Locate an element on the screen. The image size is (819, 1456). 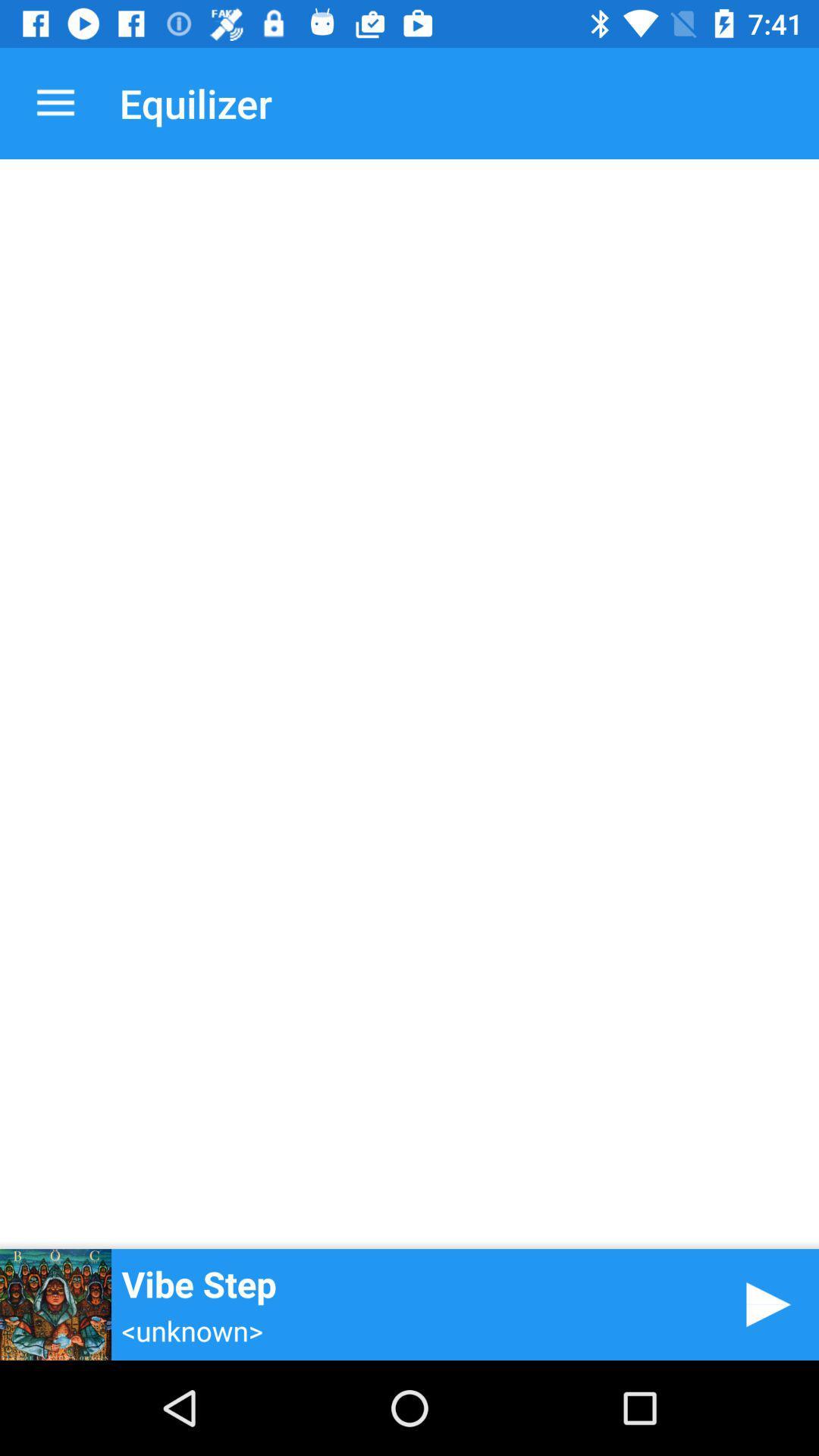
the item next to the vibe step is located at coordinates (763, 1304).